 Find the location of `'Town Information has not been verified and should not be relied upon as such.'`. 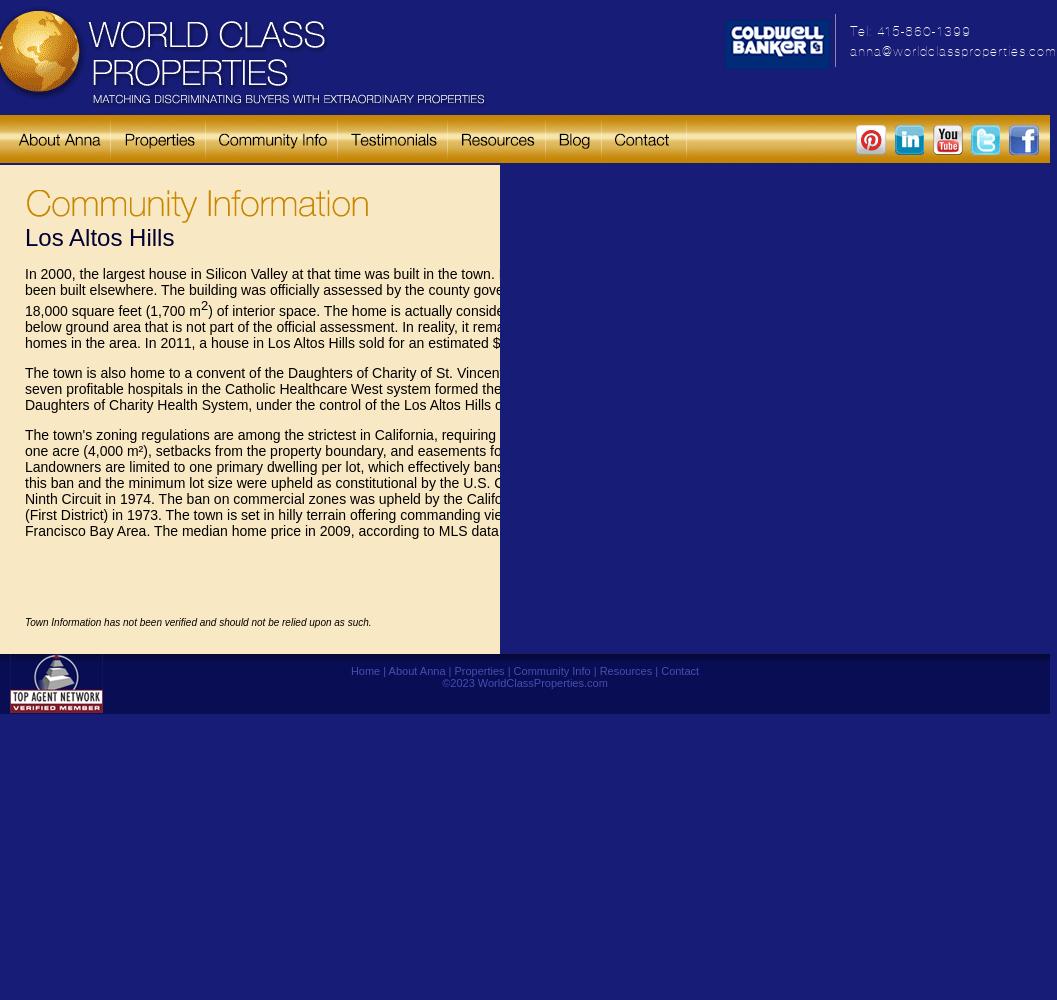

'Town Information has not been verified and should not be relied upon as such.' is located at coordinates (25, 620).